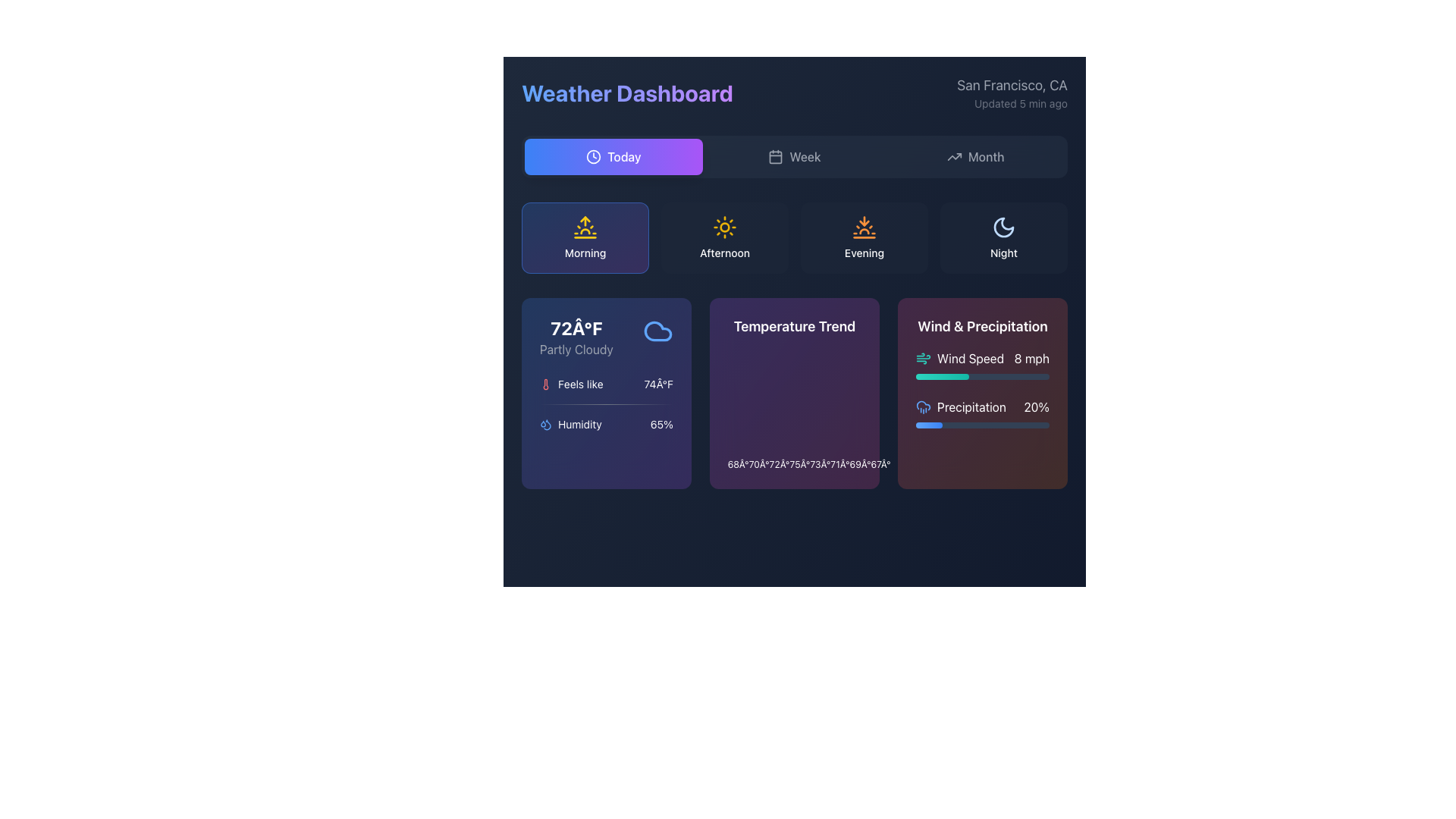  I want to click on the calendar icon located to the left of the 'Week' button in the navigation bar to interact with it, so click(776, 157).